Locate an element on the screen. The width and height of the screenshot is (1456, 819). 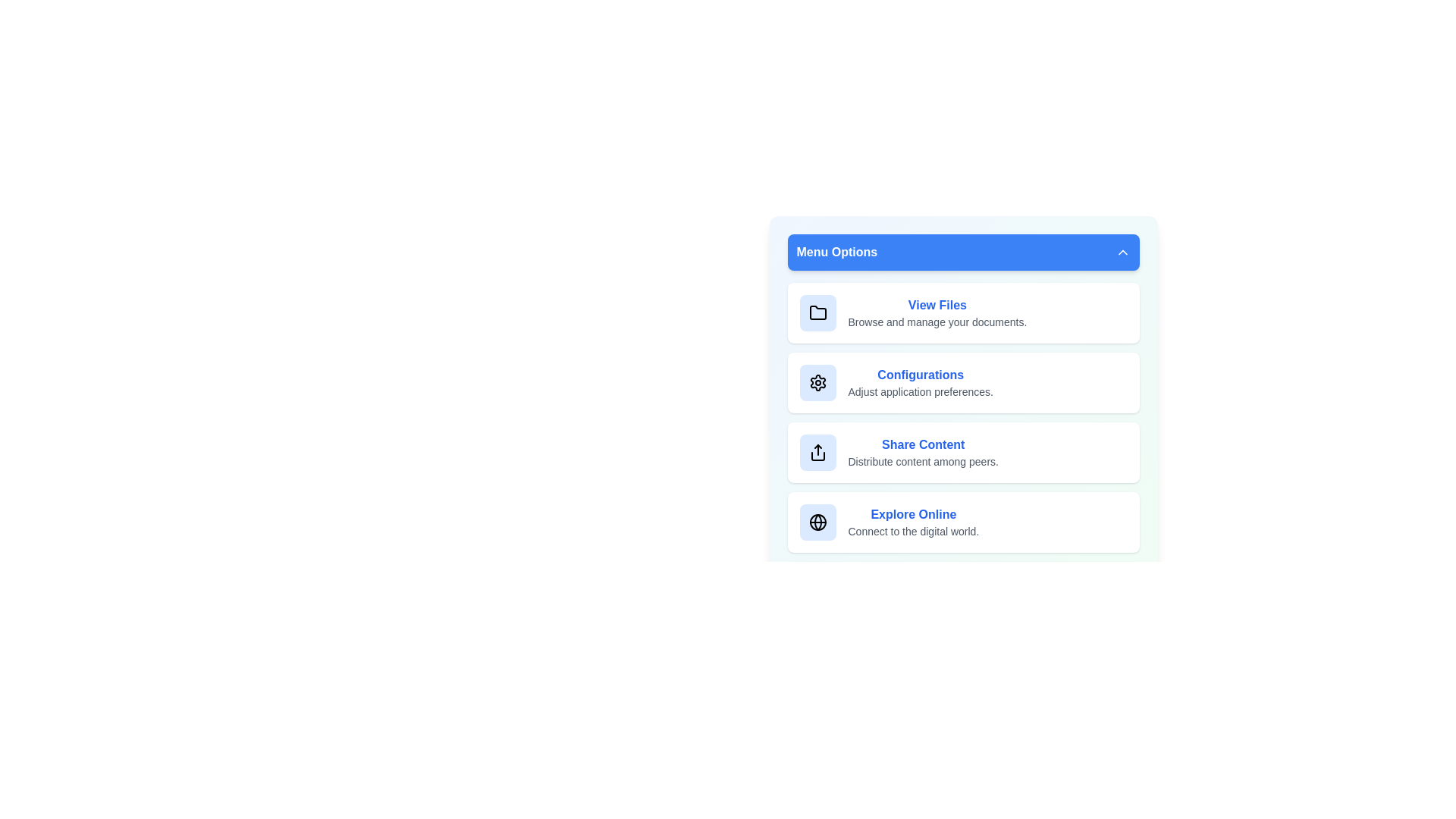
the icon of the menu item corresponding to Explore Online is located at coordinates (817, 522).